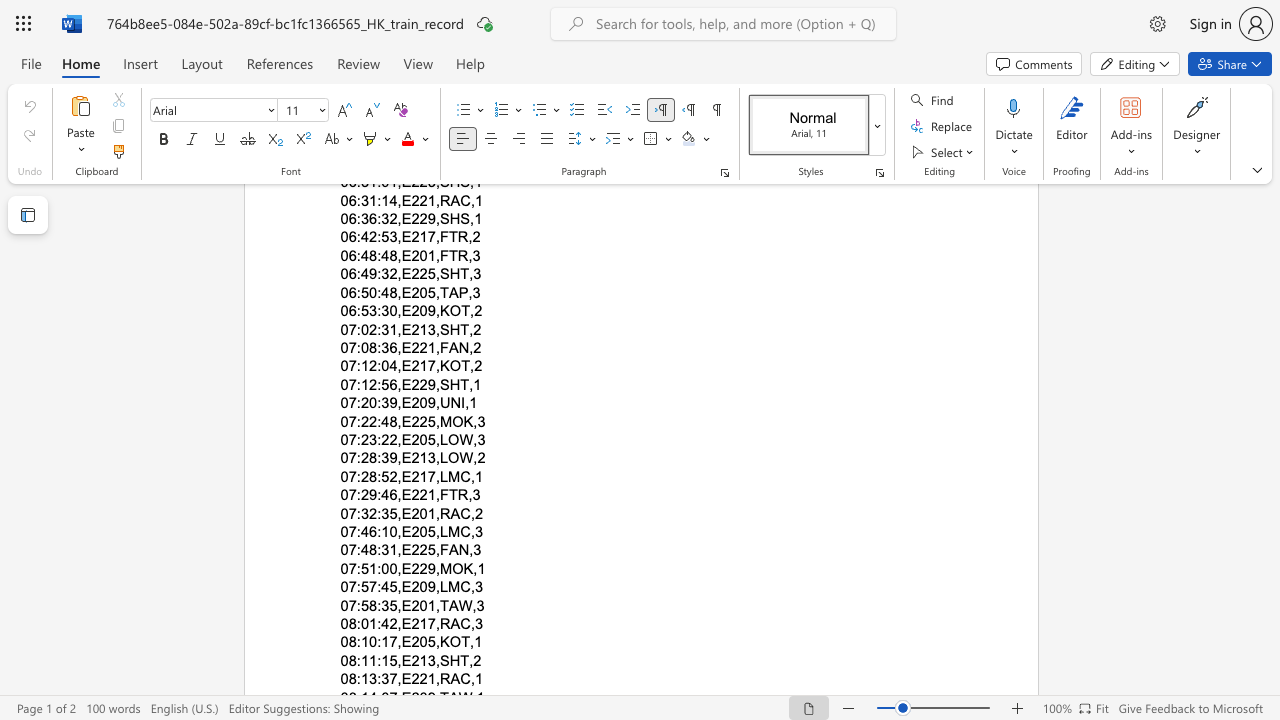 This screenshot has width=1280, height=720. I want to click on the space between the continuous character "2" and "0" in the text, so click(418, 642).